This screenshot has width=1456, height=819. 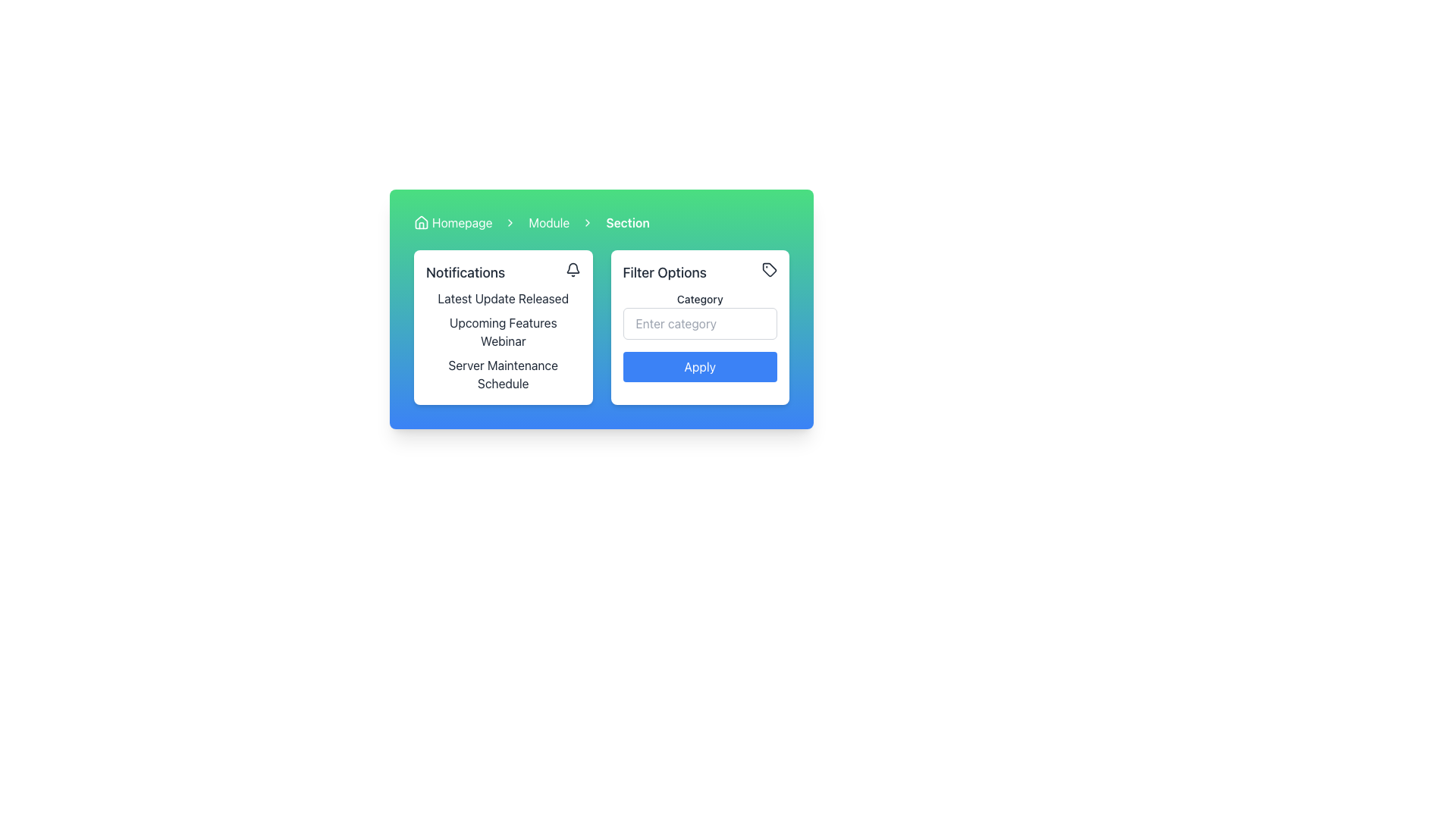 What do you see at coordinates (503, 374) in the screenshot?
I see `the third notification in the 'Notifications' section that provides information about a scheduled server maintenance event` at bounding box center [503, 374].